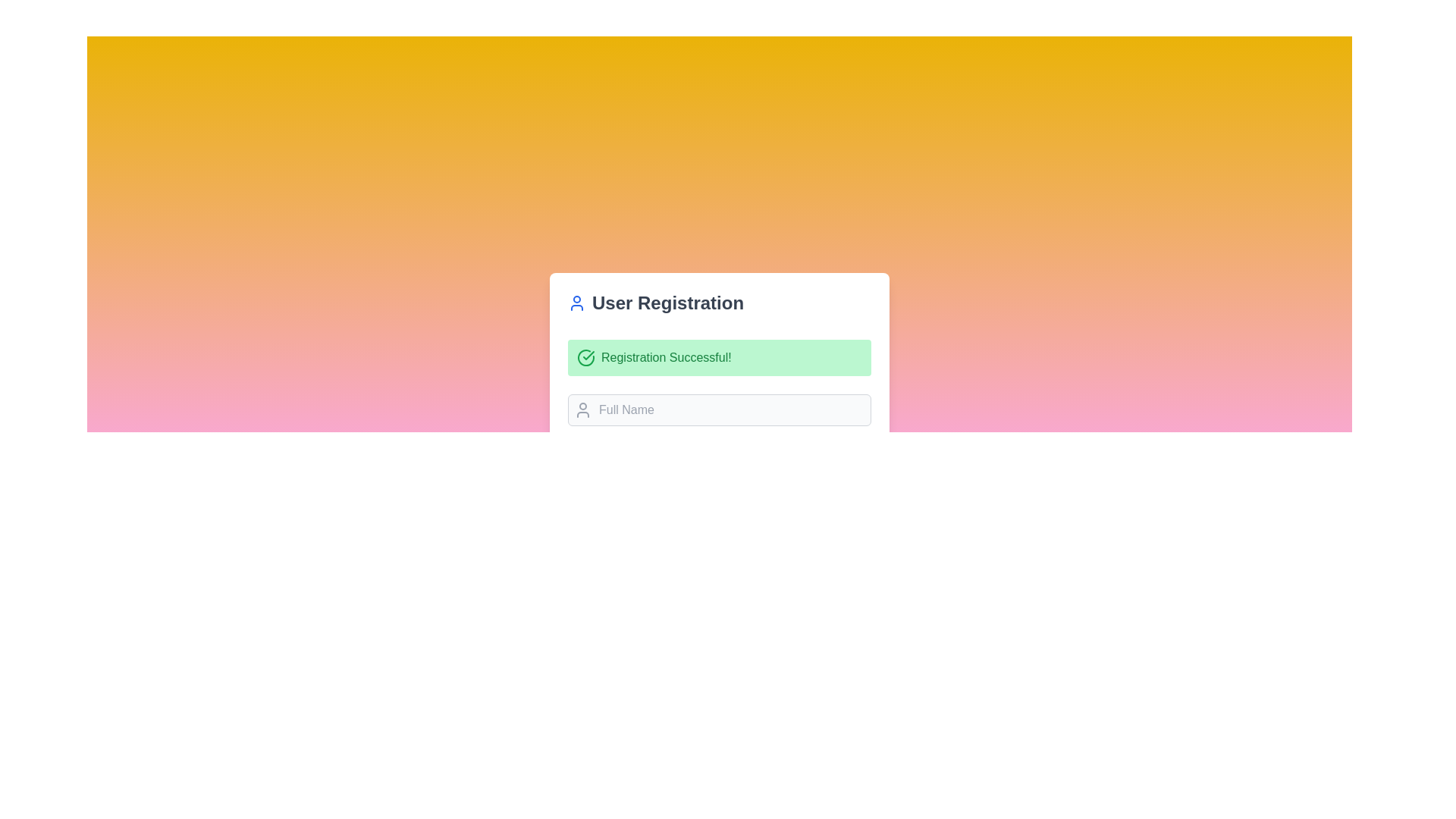  What do you see at coordinates (719, 357) in the screenshot?
I see `the notification banner that displays the message 'Registration Successful!' with a light green background and a checkmark icon, located below the 'User Registration' header` at bounding box center [719, 357].